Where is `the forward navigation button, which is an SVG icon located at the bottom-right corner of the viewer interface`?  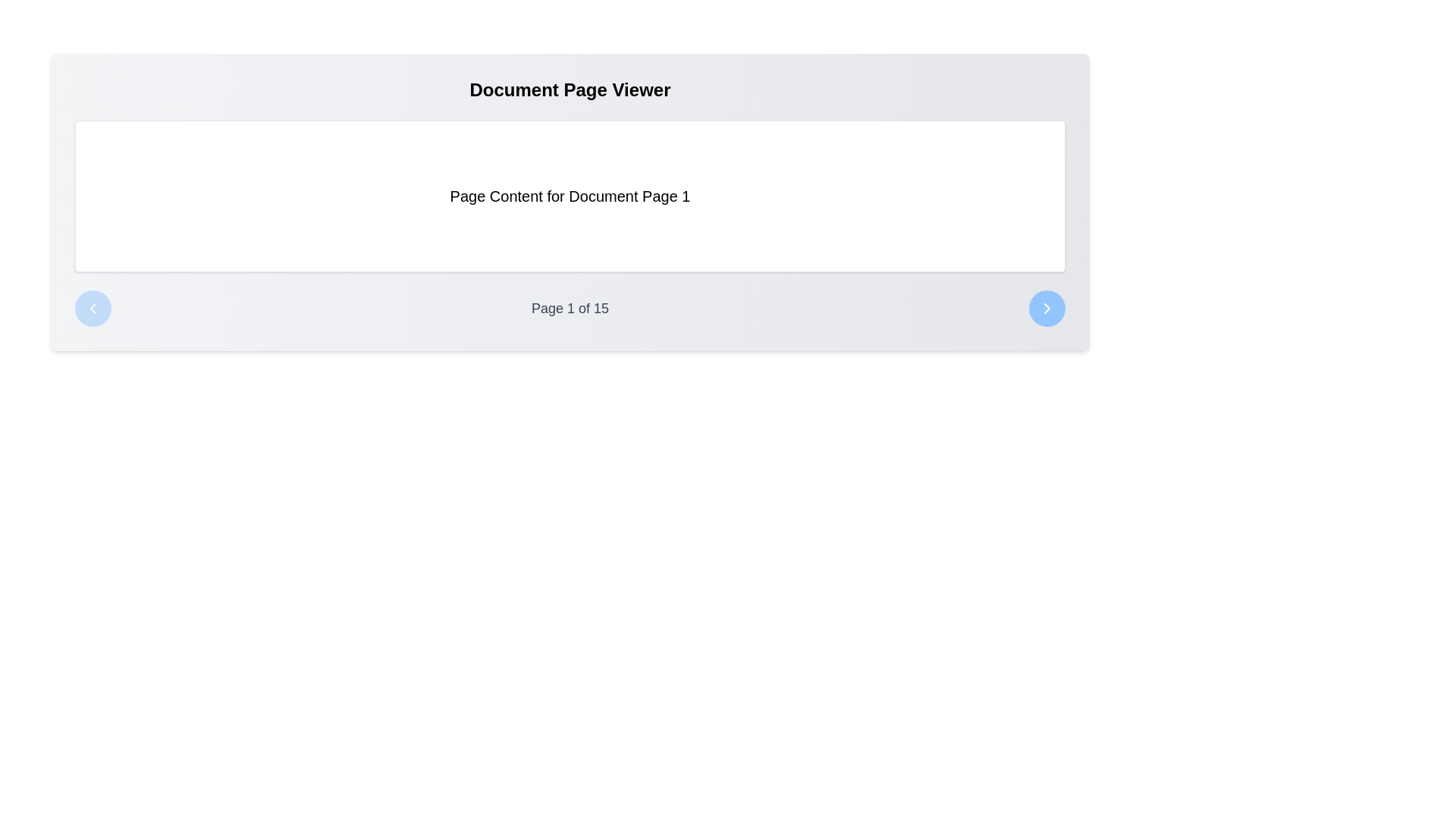 the forward navigation button, which is an SVG icon located at the bottom-right corner of the viewer interface is located at coordinates (1046, 308).